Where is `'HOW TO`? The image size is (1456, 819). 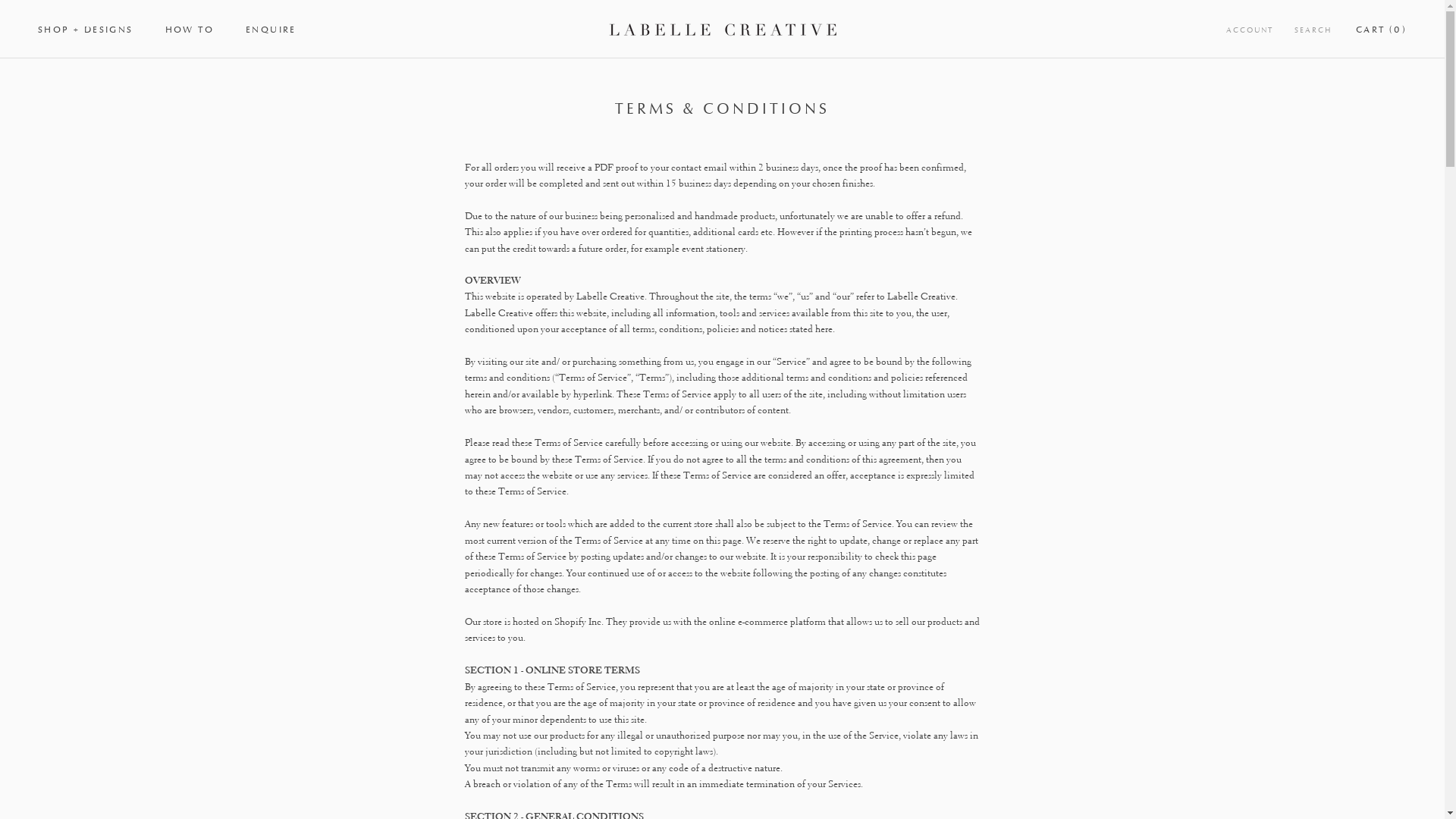
'HOW TO is located at coordinates (188, 29).